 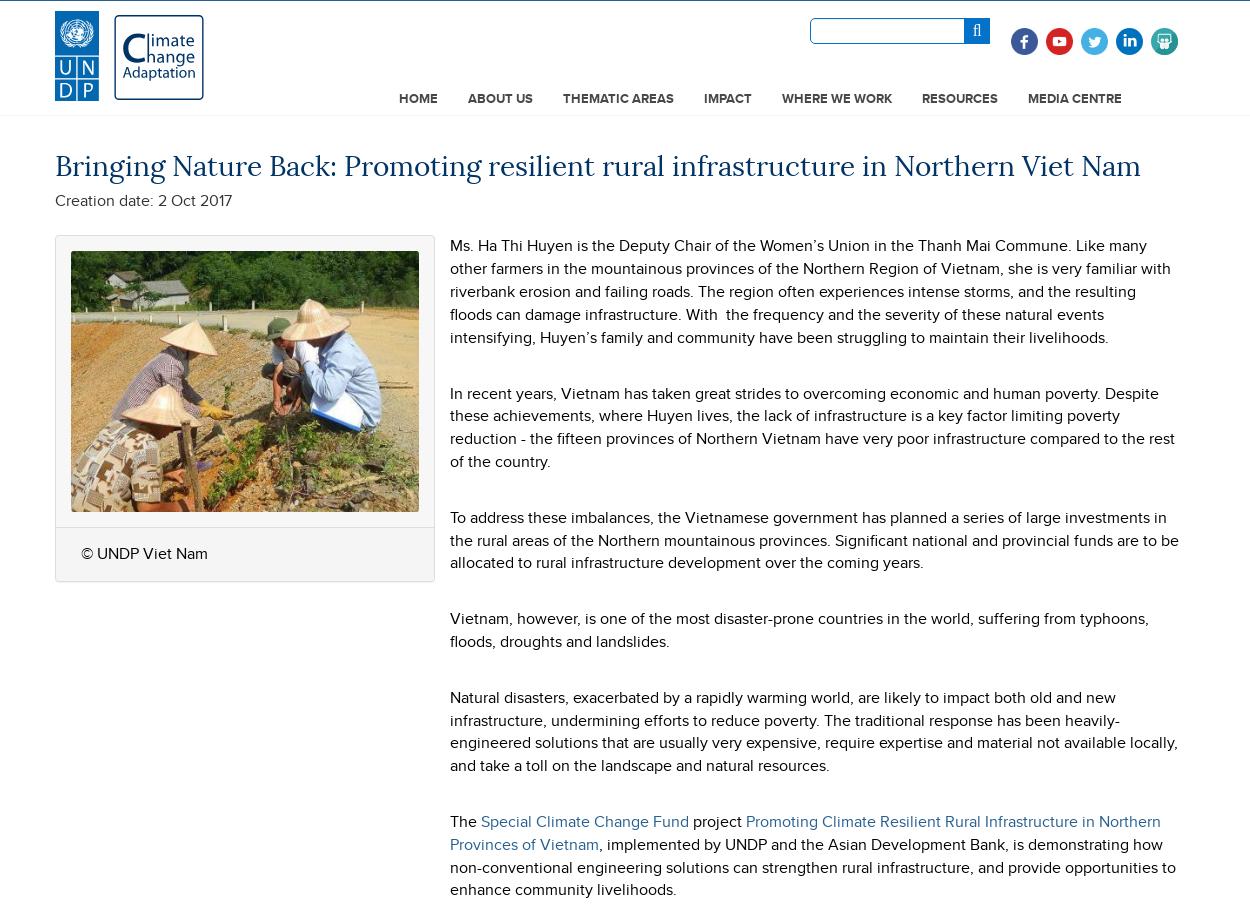 What do you see at coordinates (805, 831) in the screenshot?
I see `'Promoting Climate Resilient Rural Infrastructure in Northern Provinces of Vietnam'` at bounding box center [805, 831].